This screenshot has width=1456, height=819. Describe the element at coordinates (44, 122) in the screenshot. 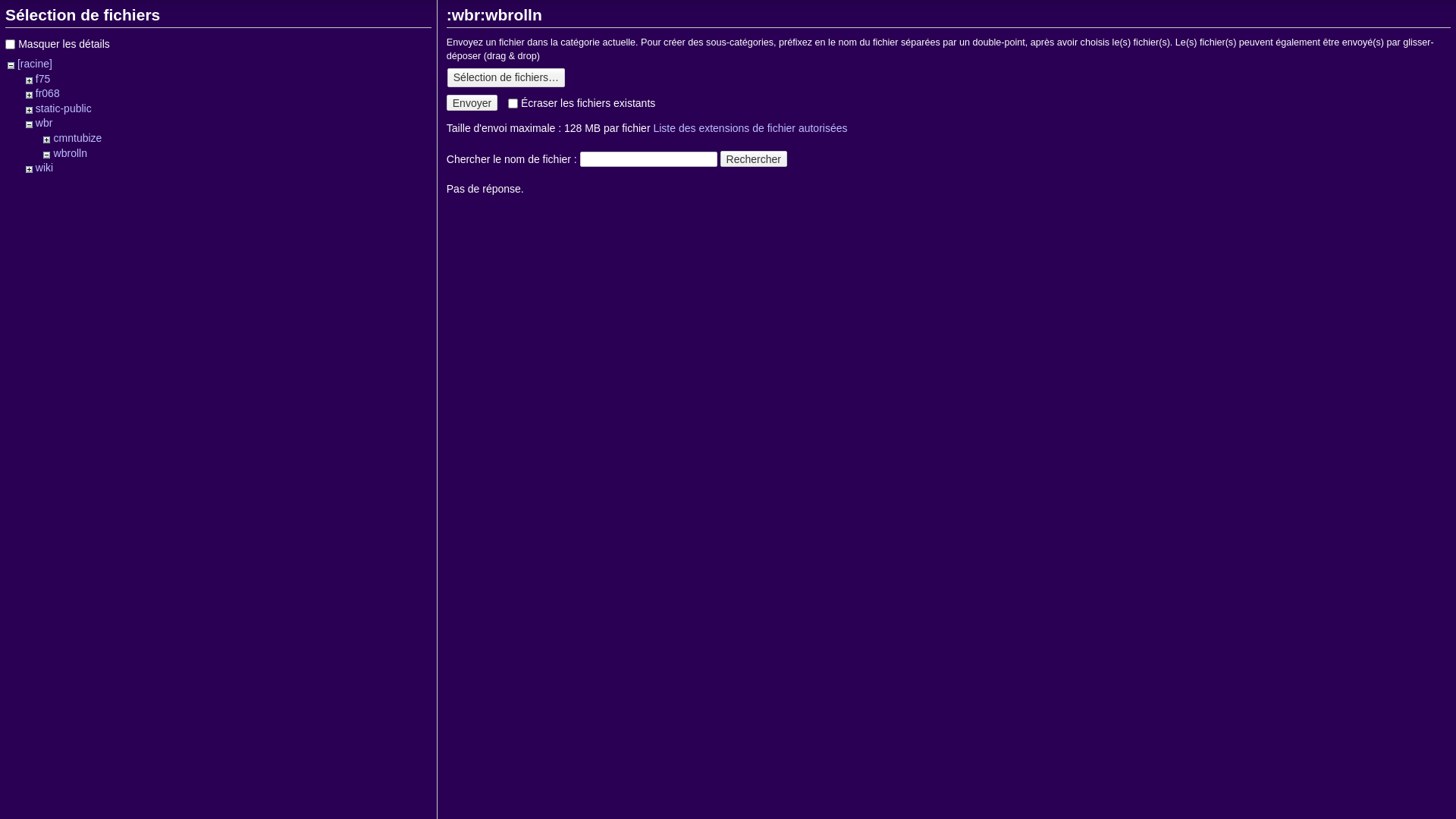

I see `'wbr'` at that location.